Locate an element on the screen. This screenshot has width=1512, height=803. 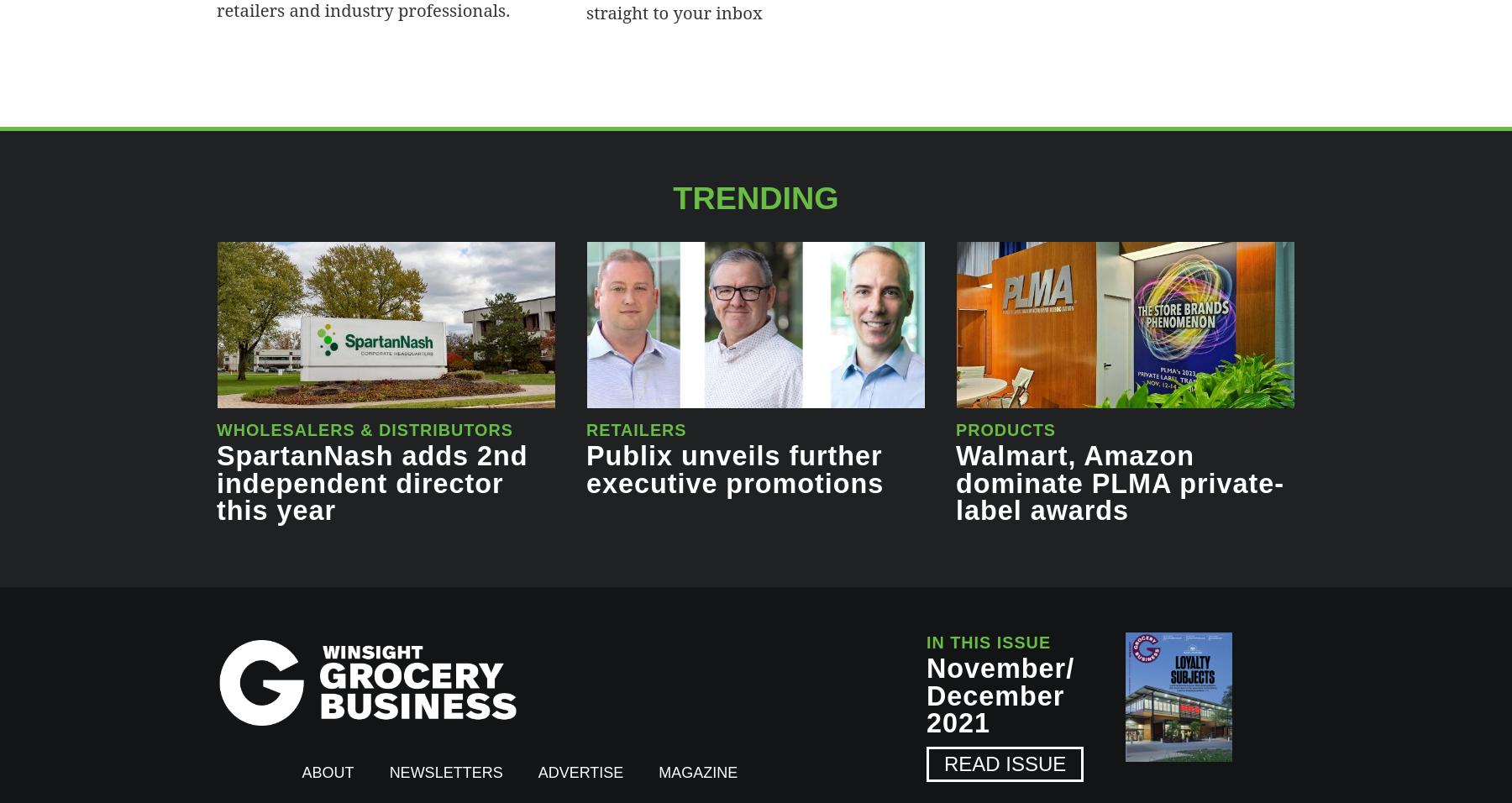
'Read Issue' is located at coordinates (1004, 764).